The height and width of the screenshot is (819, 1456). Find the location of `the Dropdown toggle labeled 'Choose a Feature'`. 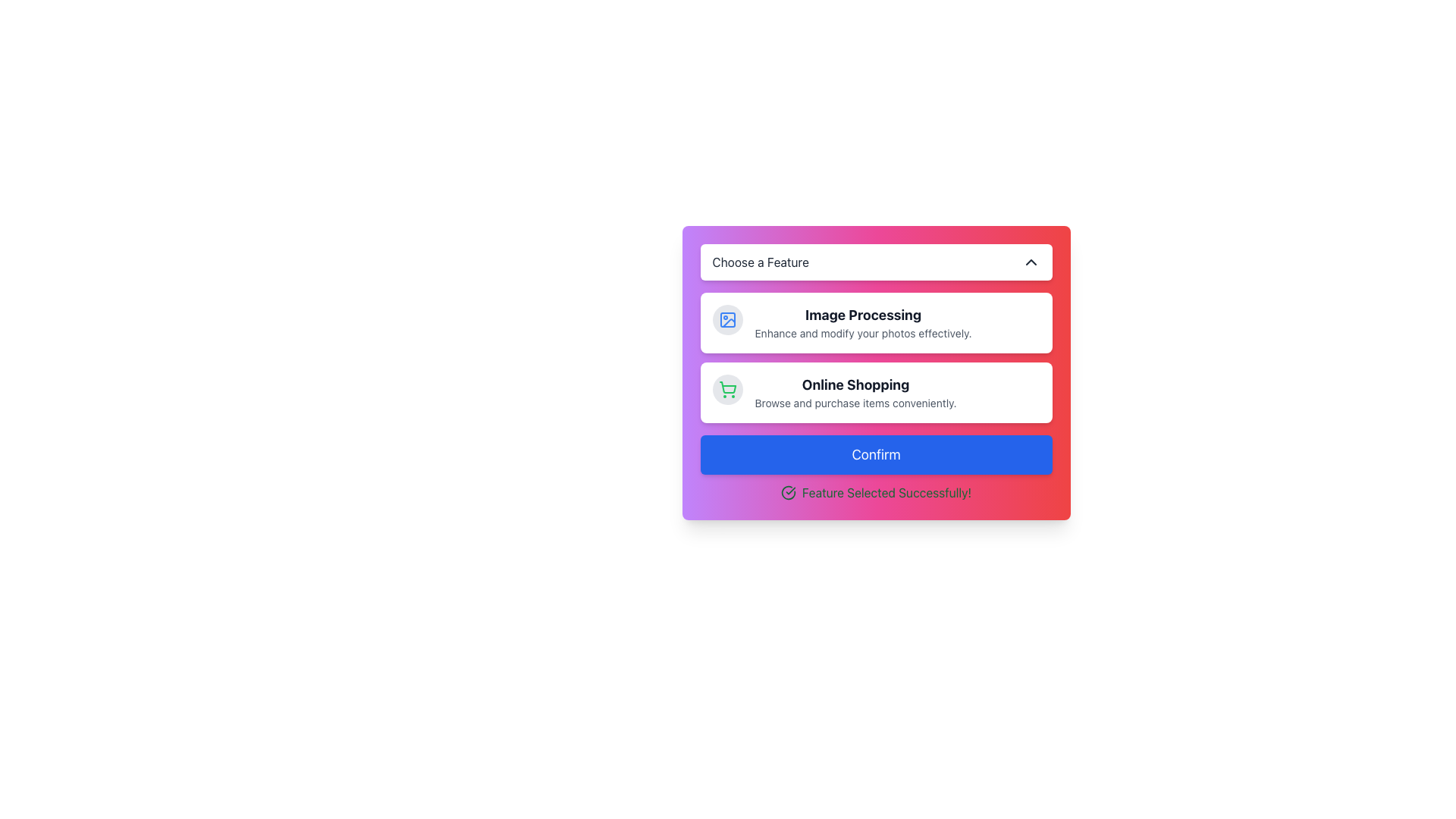

the Dropdown toggle labeled 'Choose a Feature' is located at coordinates (876, 262).